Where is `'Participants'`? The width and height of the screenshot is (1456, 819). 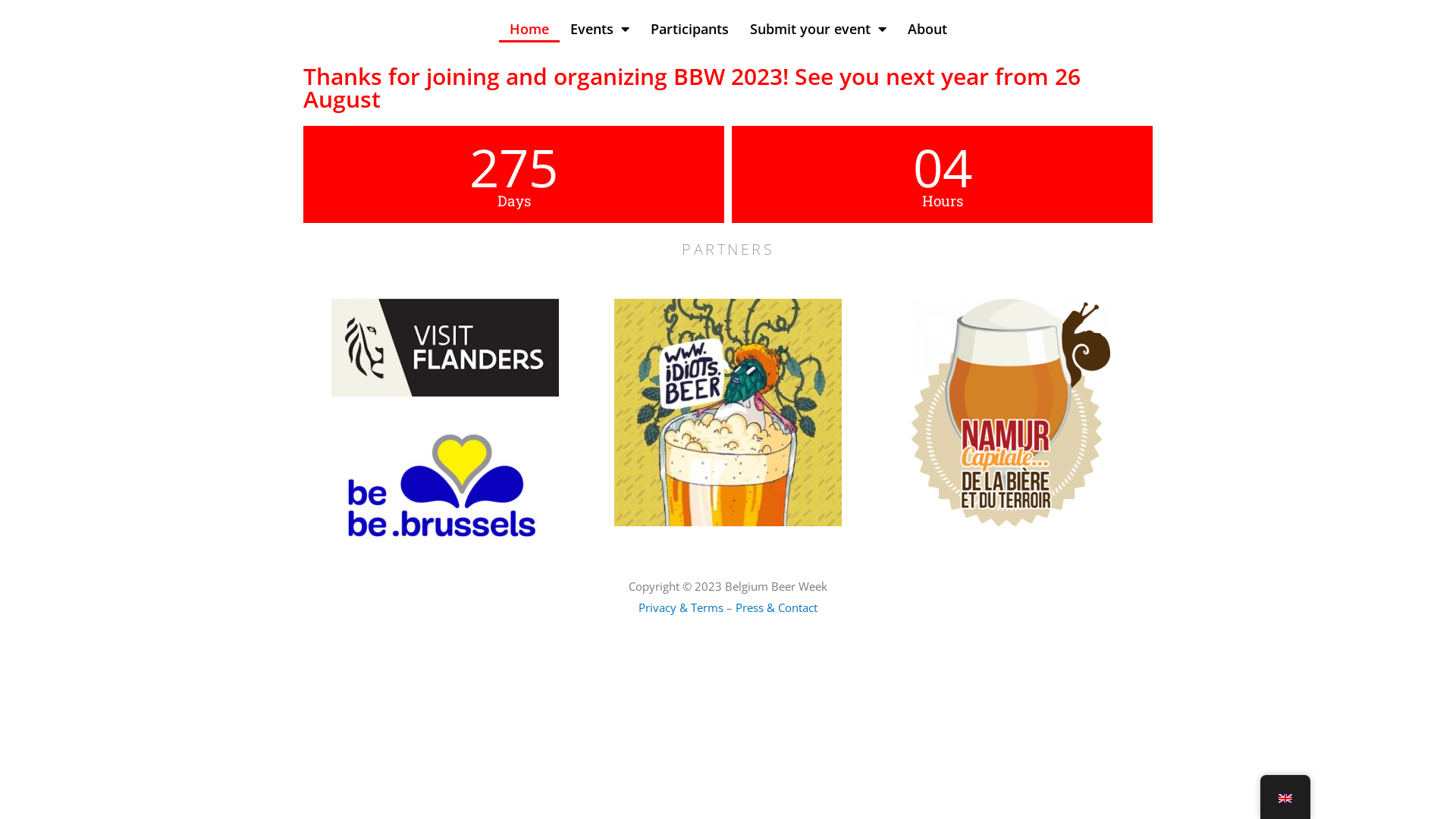
'Participants' is located at coordinates (689, 29).